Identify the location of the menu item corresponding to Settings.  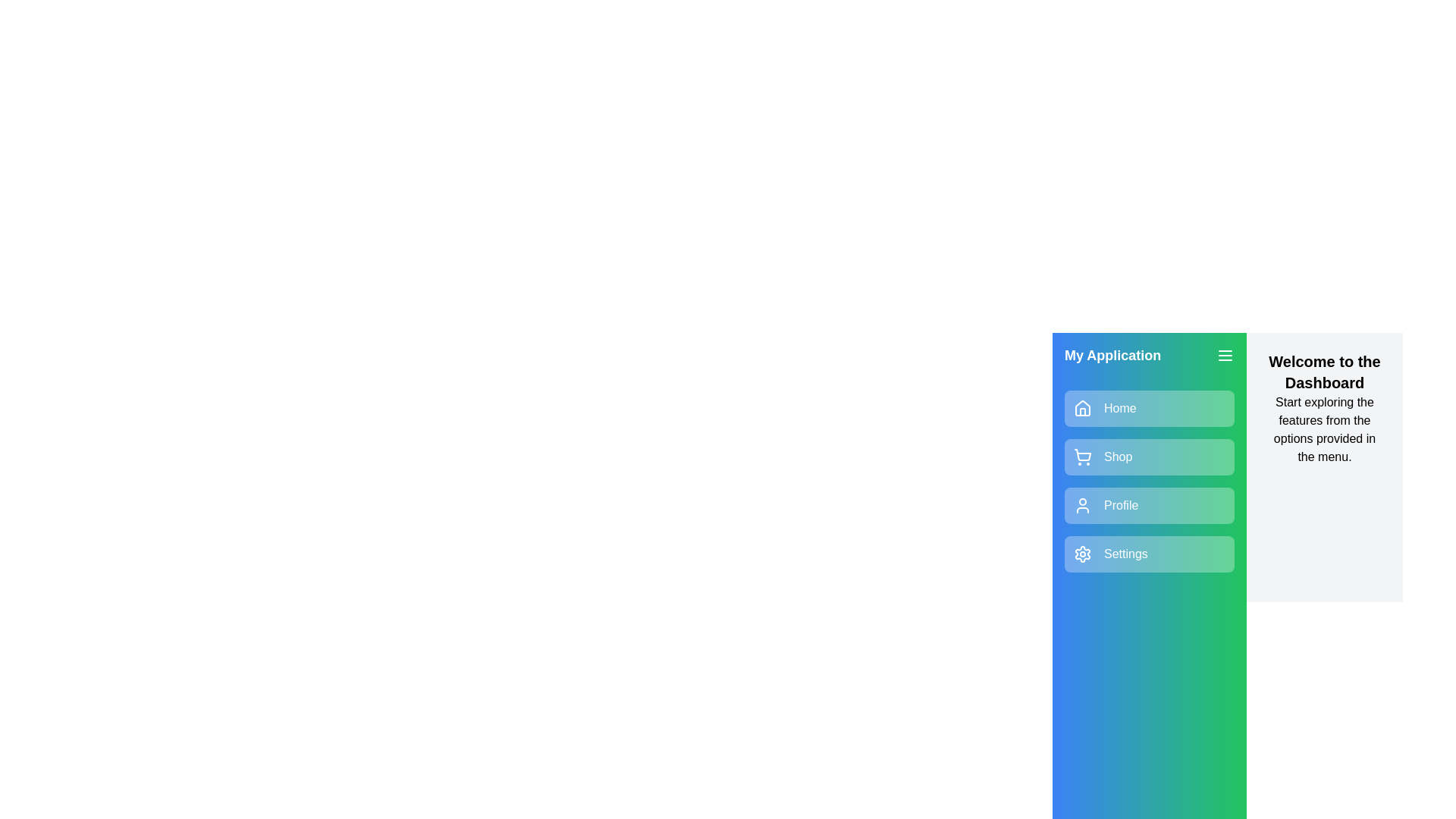
(1150, 554).